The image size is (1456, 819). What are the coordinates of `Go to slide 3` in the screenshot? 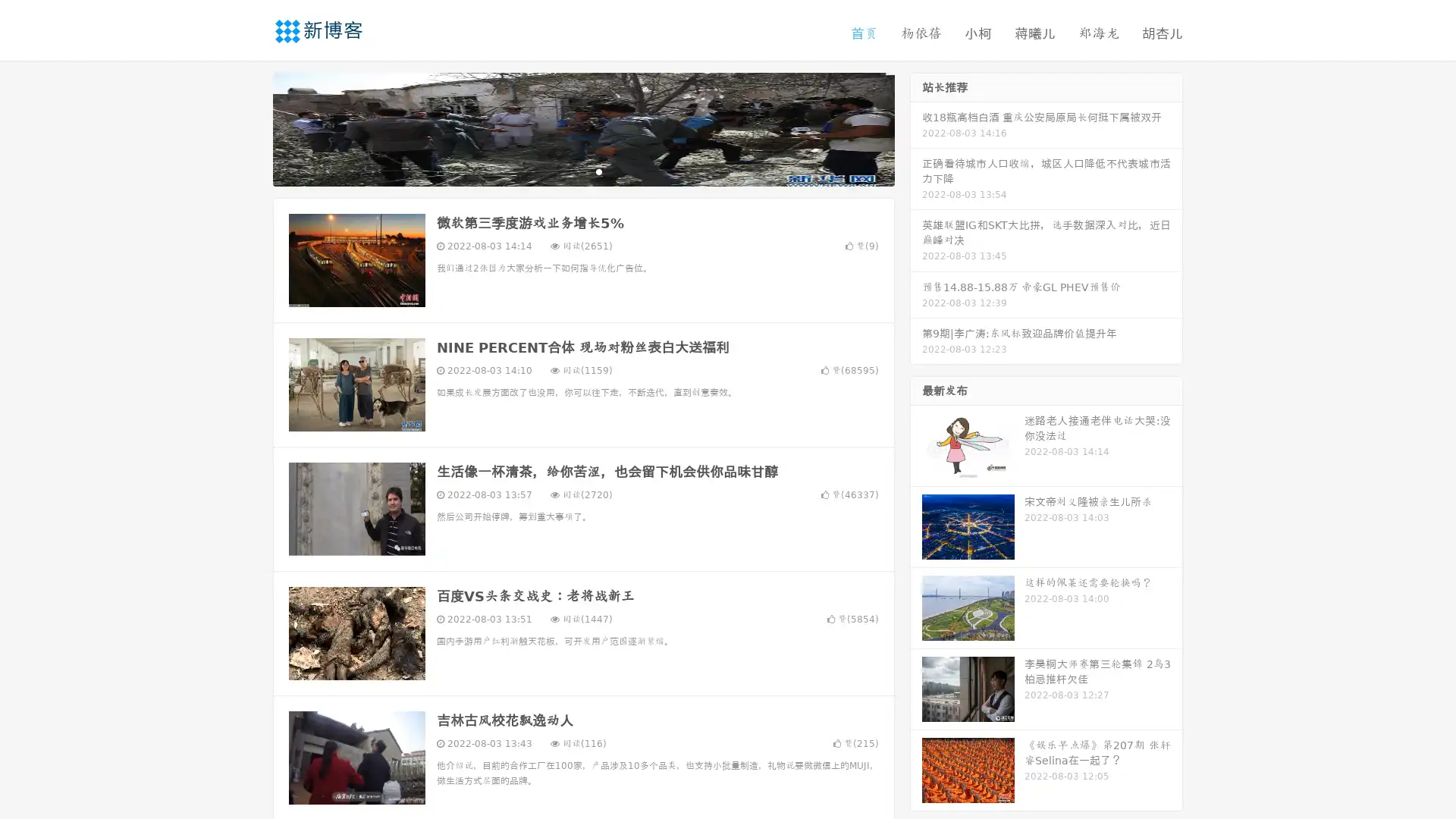 It's located at (598, 171).